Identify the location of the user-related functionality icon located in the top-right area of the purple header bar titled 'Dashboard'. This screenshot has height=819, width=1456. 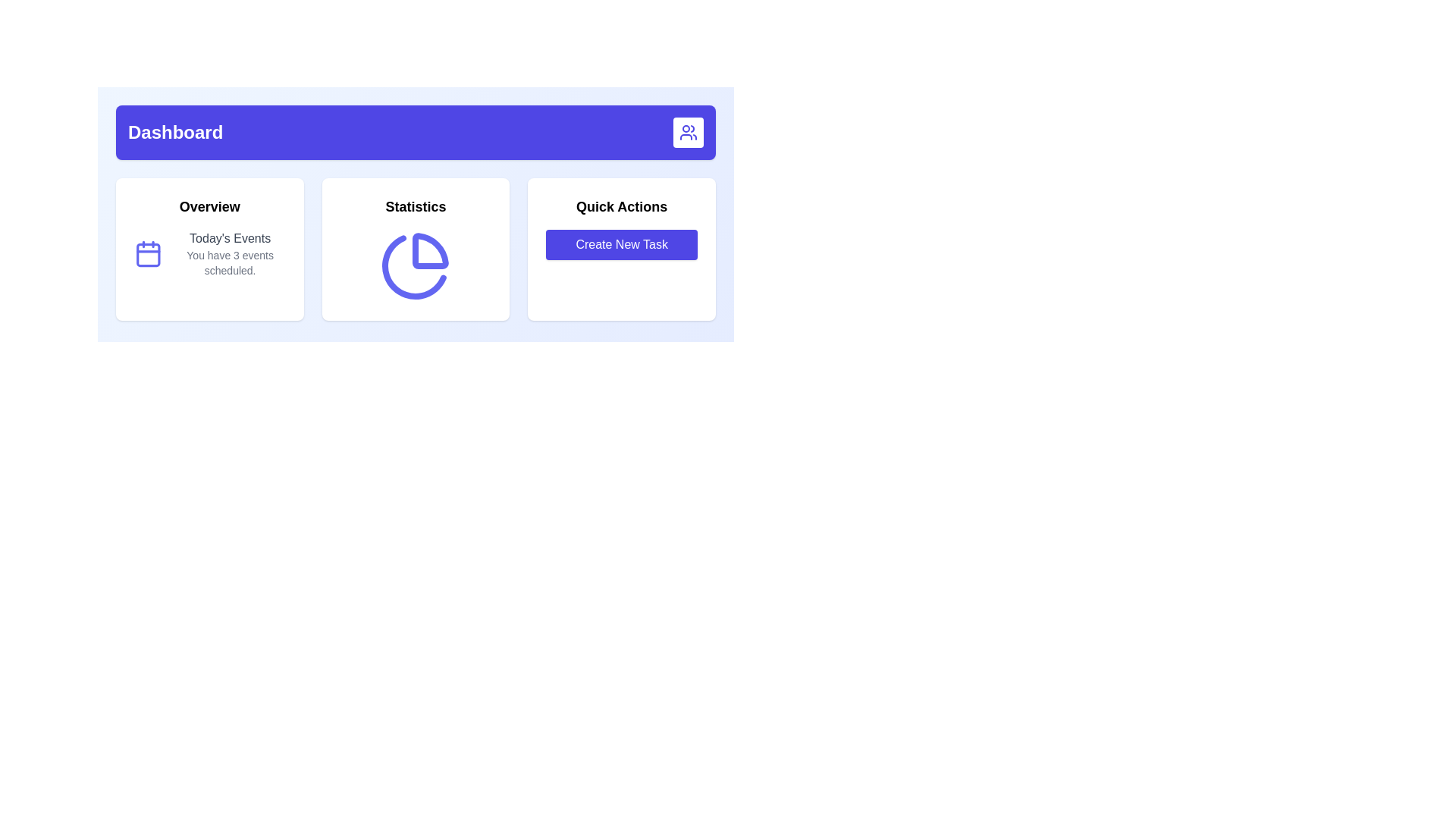
(687, 131).